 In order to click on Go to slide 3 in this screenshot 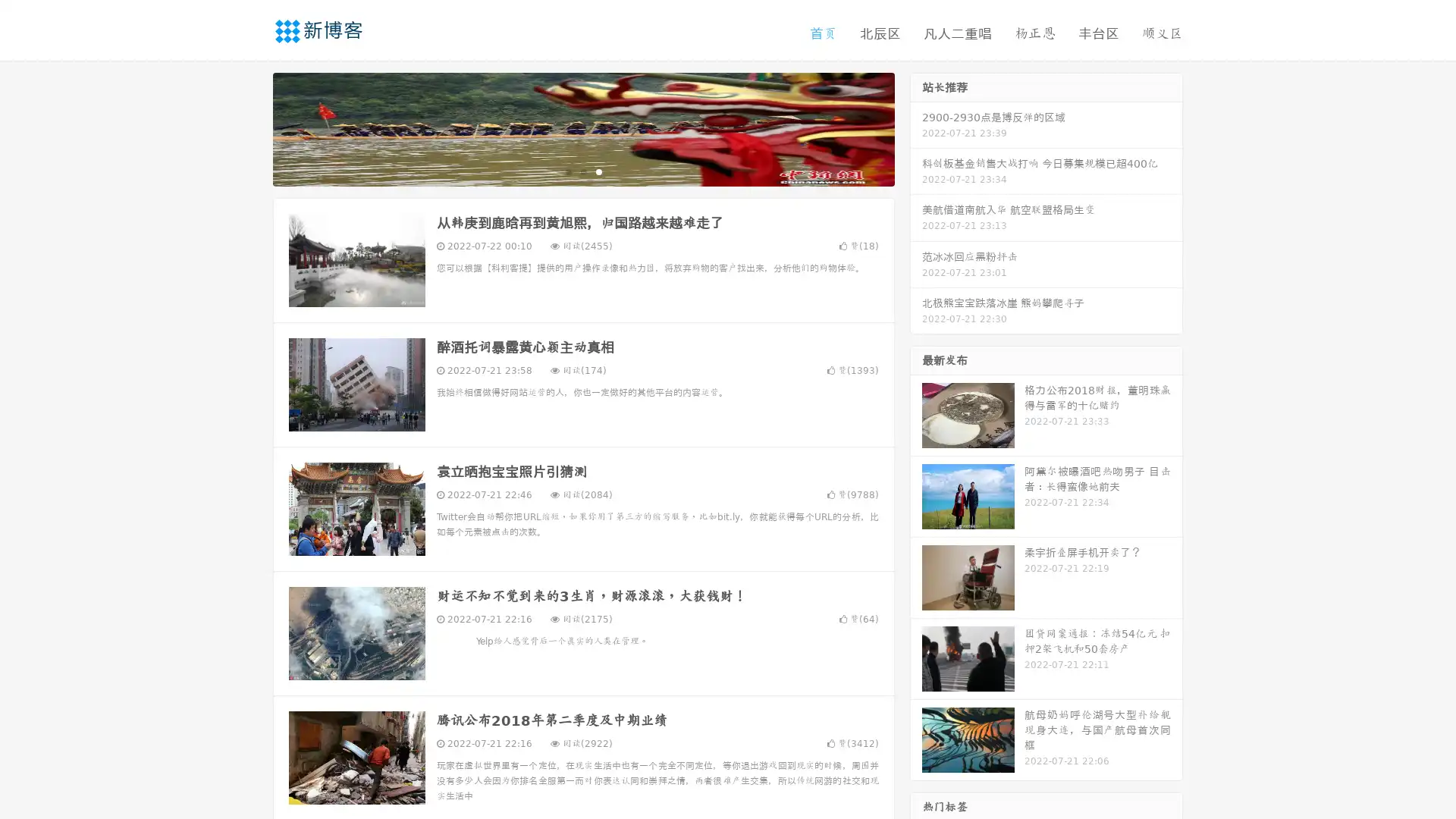, I will do `click(598, 171)`.